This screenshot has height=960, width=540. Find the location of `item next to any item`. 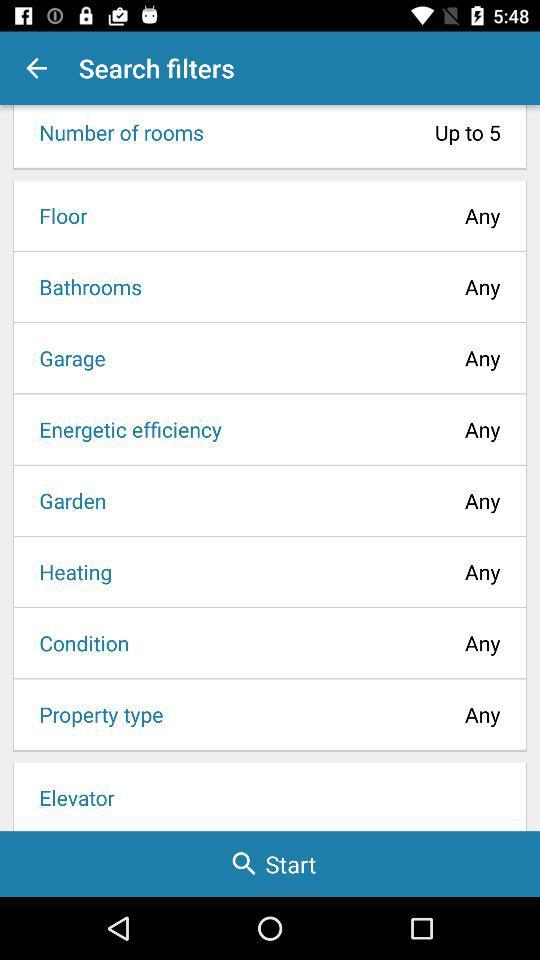

item next to any item is located at coordinates (68, 571).